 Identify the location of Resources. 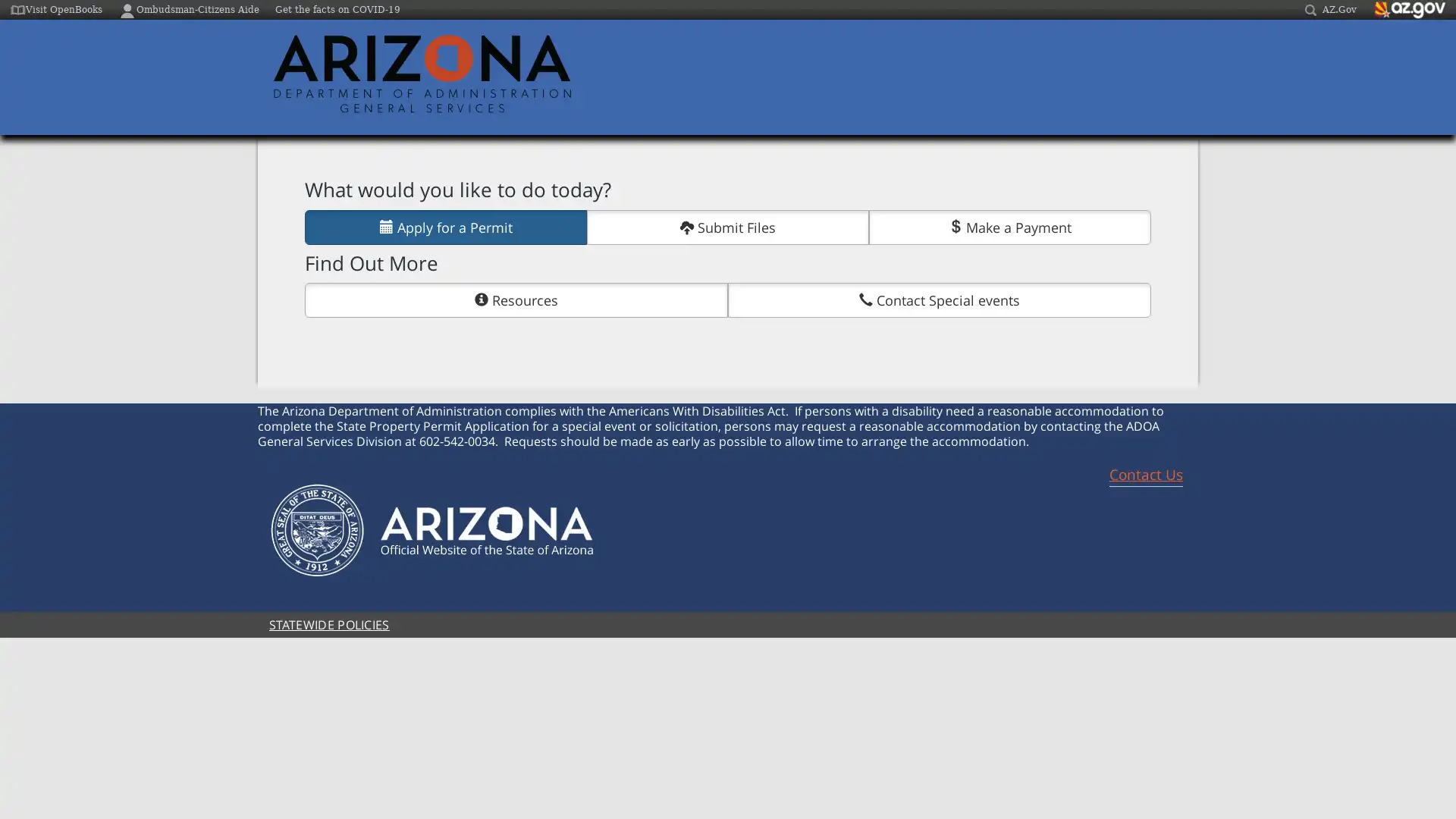
(516, 300).